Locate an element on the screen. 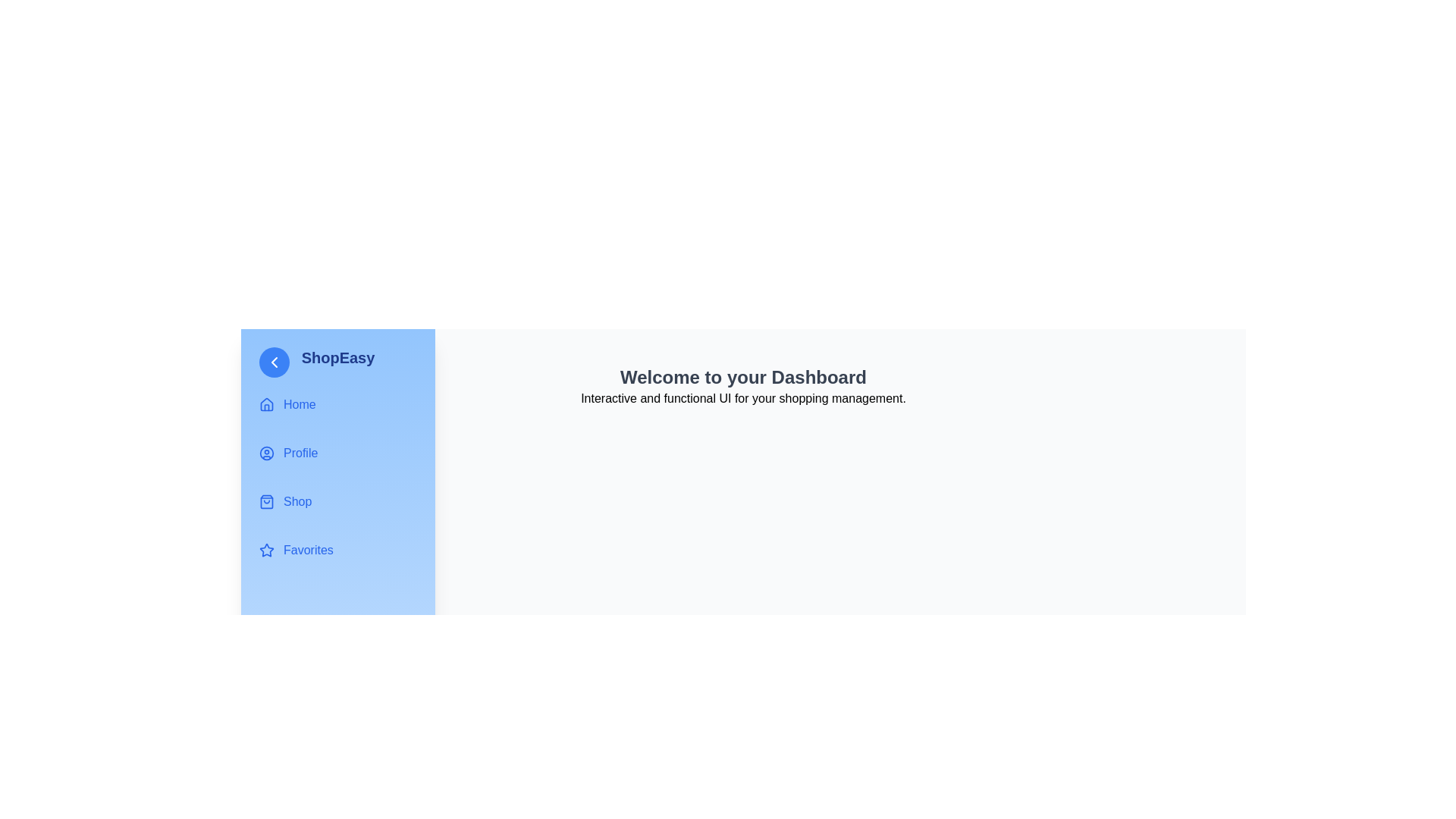 This screenshot has height=819, width=1456. the 'Profile' menu item in the sidebar to activate the hover effect, which is indicated by a light blue shade is located at coordinates (337, 452).